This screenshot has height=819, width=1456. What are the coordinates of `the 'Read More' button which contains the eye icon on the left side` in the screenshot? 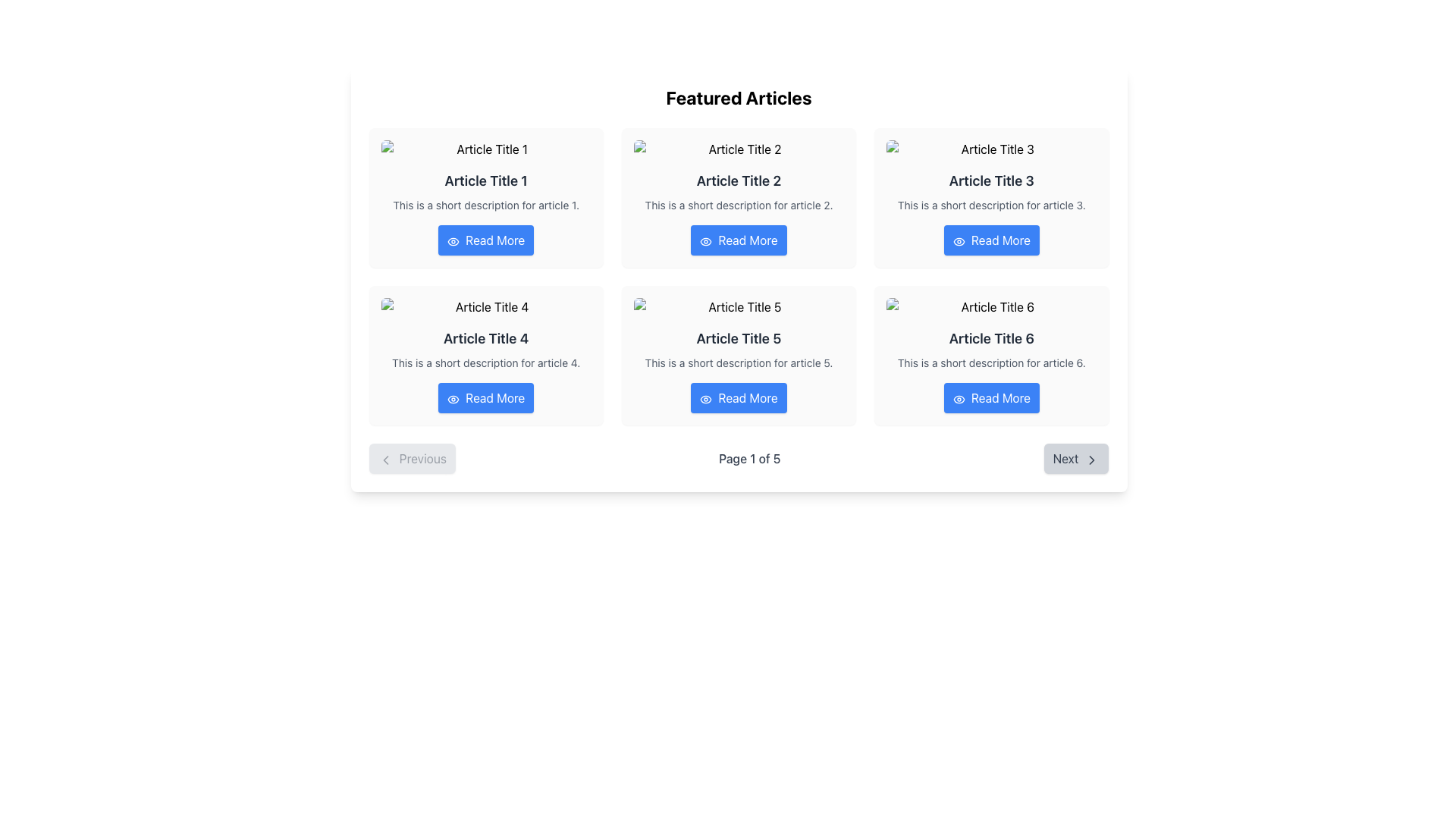 It's located at (453, 397).